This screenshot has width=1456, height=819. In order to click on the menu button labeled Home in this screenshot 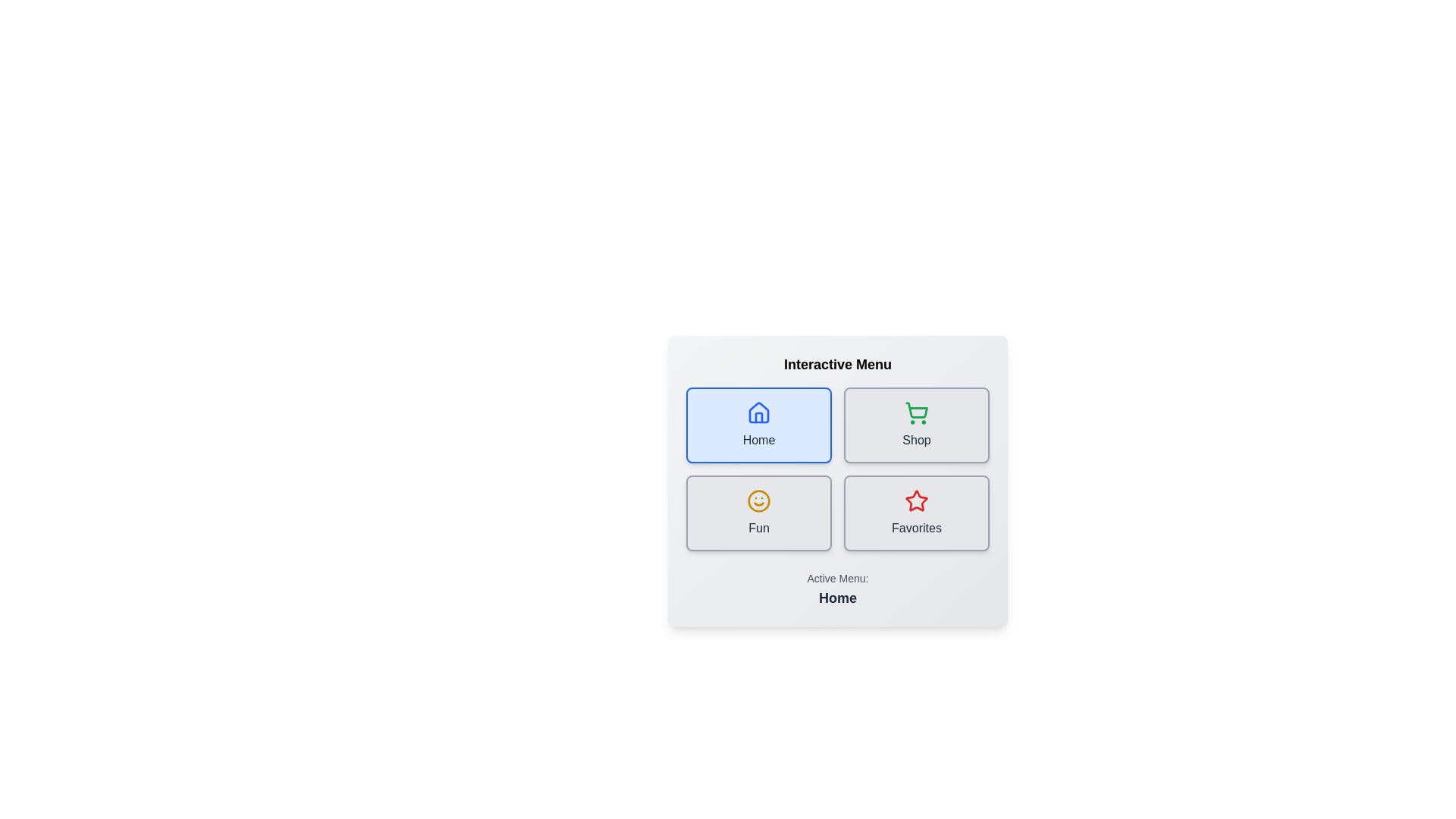, I will do `click(759, 425)`.